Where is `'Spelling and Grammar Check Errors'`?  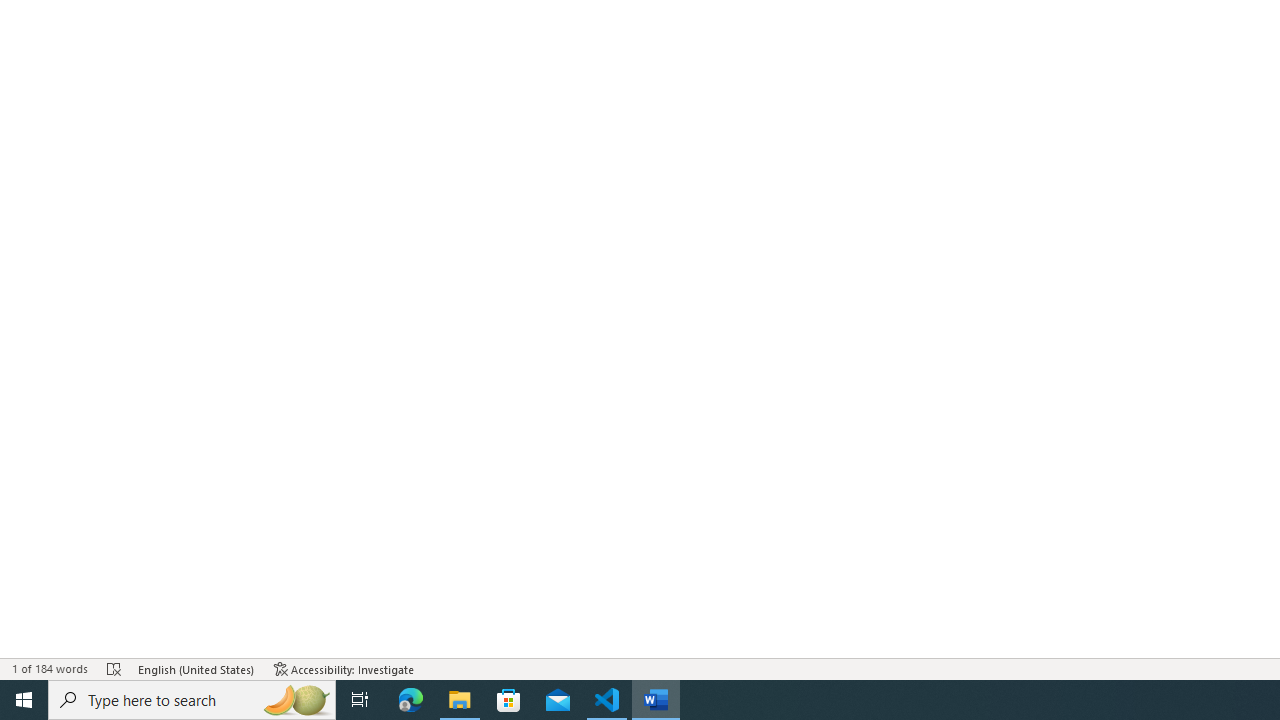
'Spelling and Grammar Check Errors' is located at coordinates (113, 669).